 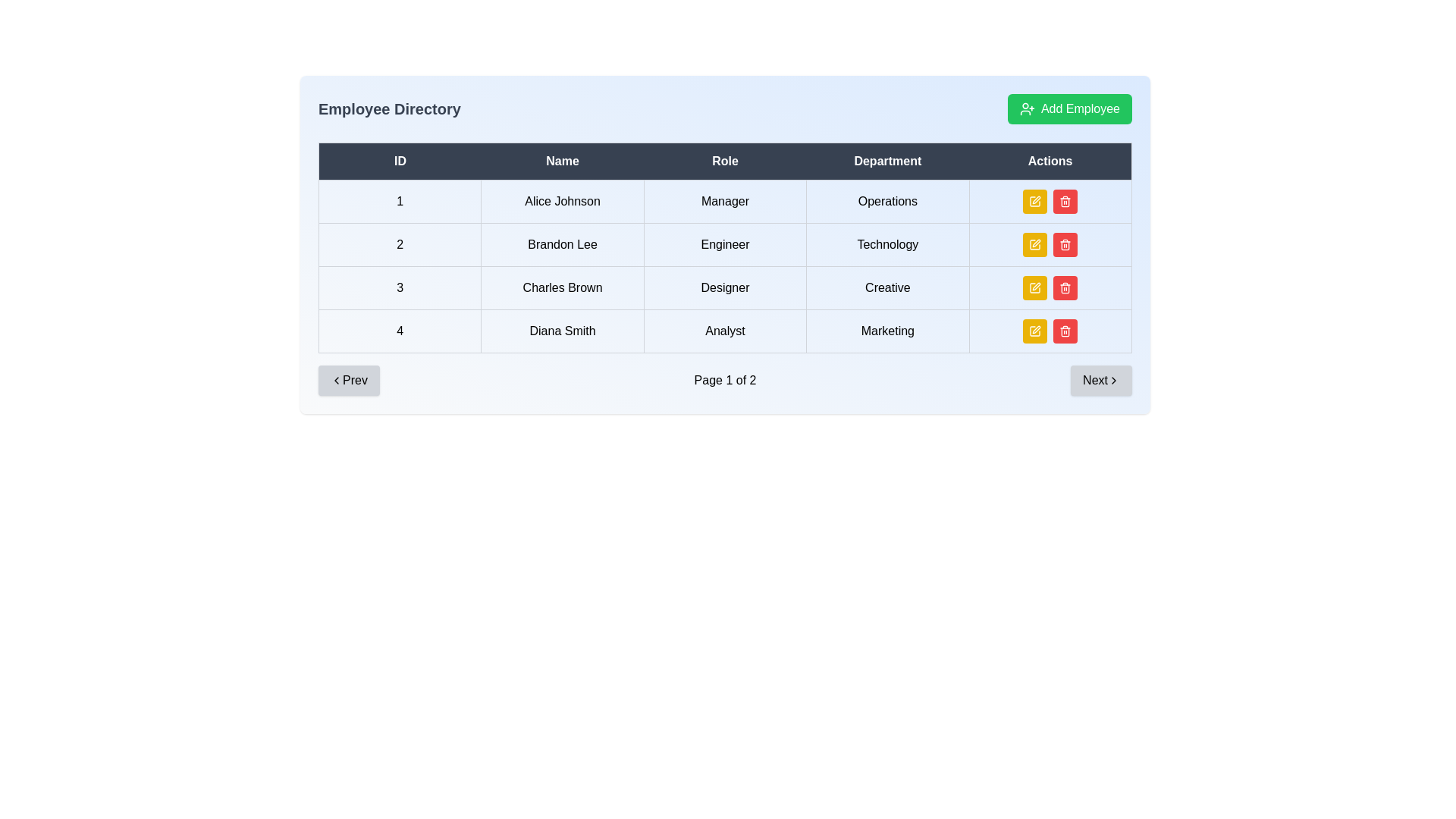 What do you see at coordinates (724, 288) in the screenshot?
I see `the third row of the employee directory table containing the ID '3', Name 'Charles Brown', Role 'Designer', and Department 'Creative' to edit the record` at bounding box center [724, 288].